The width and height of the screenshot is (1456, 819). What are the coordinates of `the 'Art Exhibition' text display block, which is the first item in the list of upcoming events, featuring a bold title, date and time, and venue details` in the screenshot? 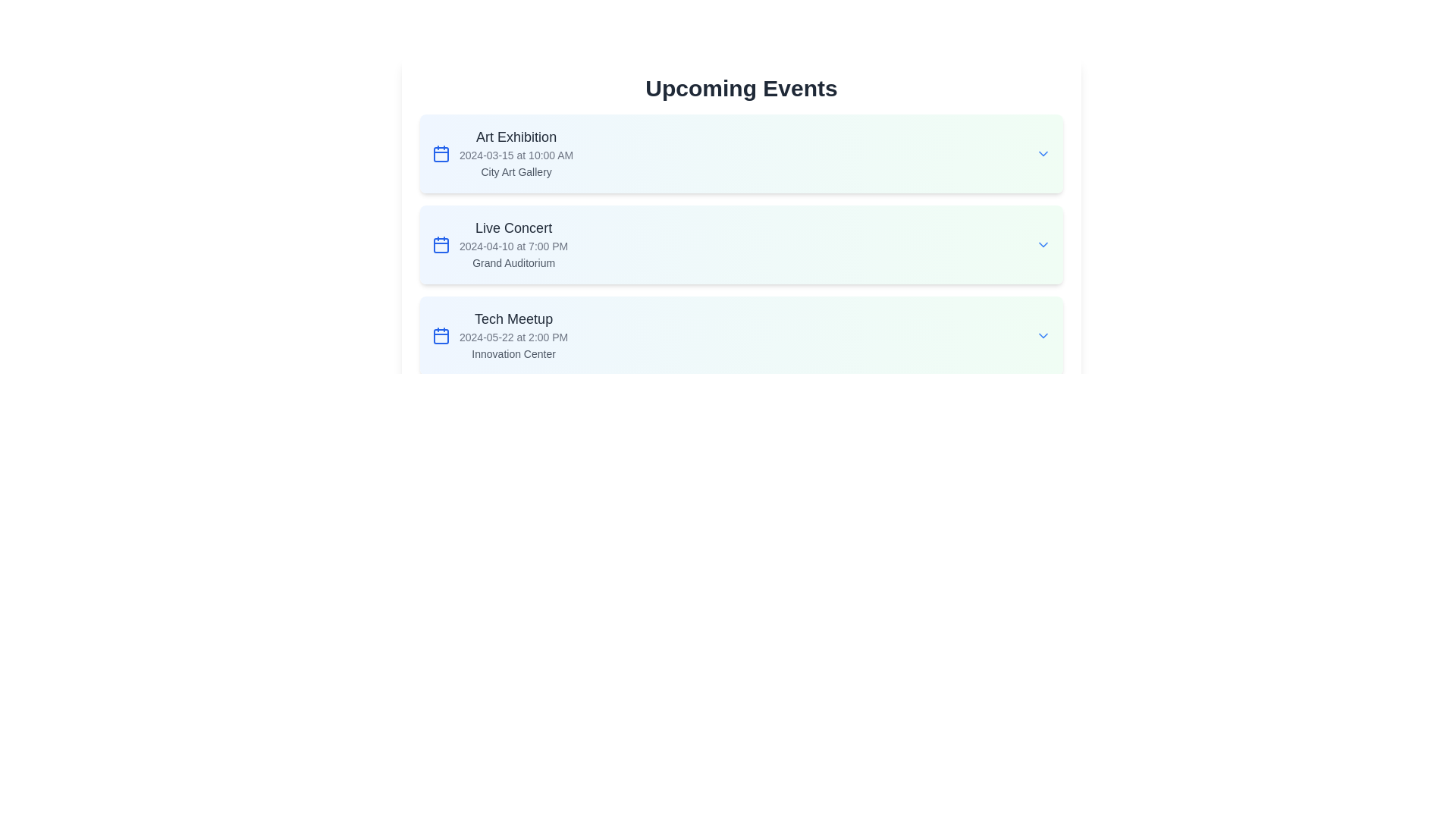 It's located at (516, 154).